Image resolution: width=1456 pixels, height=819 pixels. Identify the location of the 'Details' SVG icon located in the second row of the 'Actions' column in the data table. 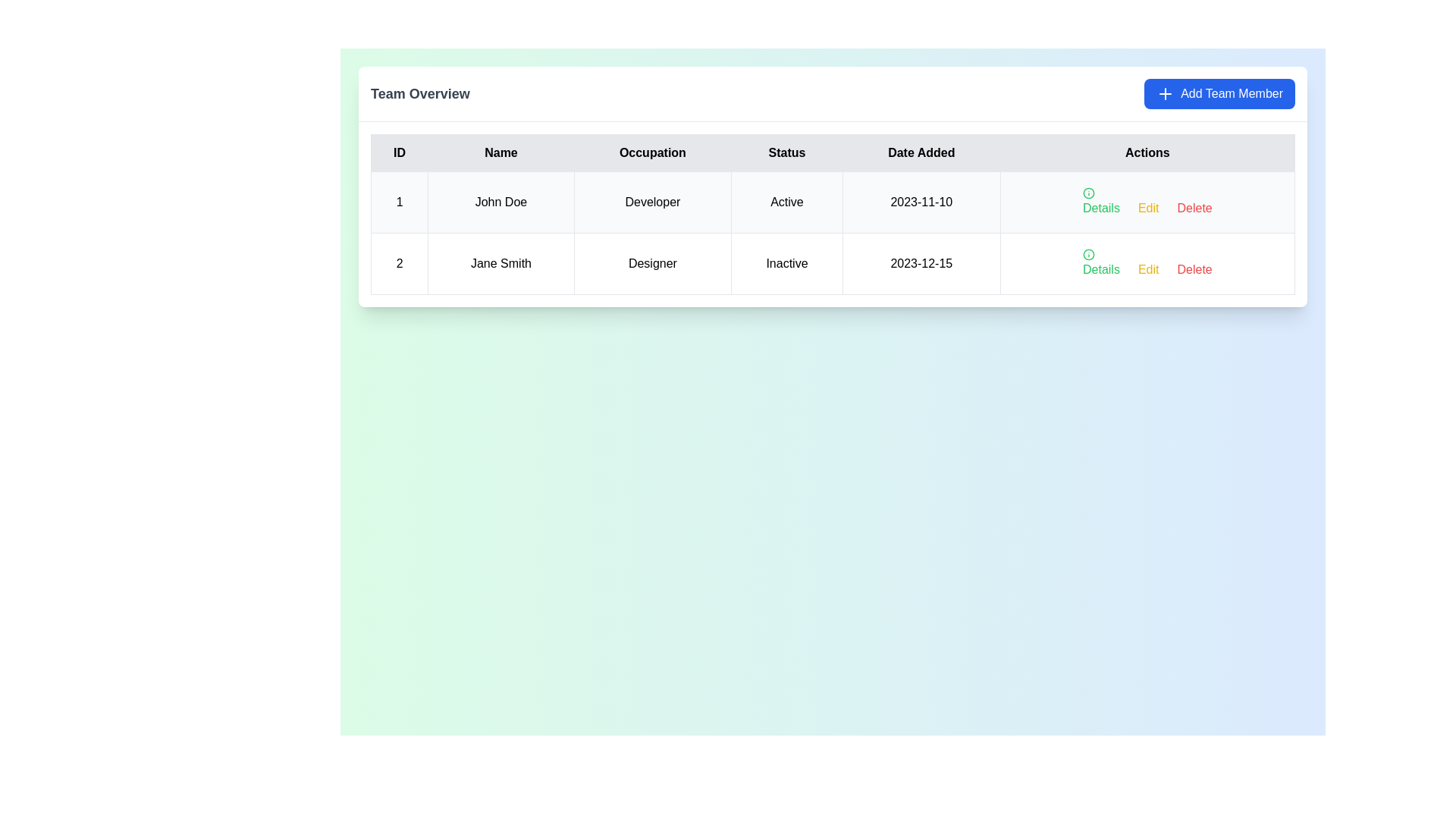
(1087, 253).